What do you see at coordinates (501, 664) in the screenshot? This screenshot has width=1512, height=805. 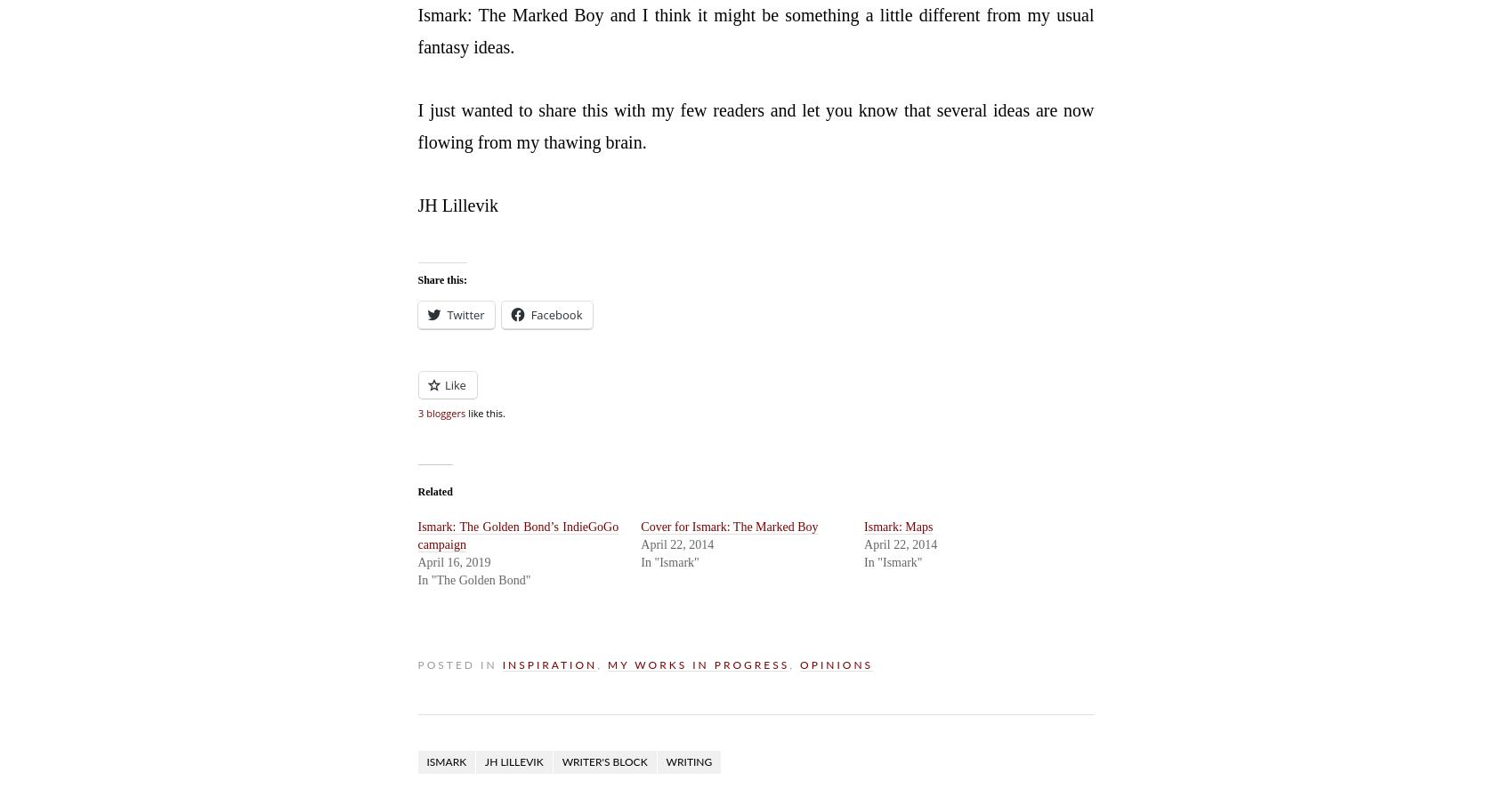 I see `'Inspiration'` at bounding box center [501, 664].